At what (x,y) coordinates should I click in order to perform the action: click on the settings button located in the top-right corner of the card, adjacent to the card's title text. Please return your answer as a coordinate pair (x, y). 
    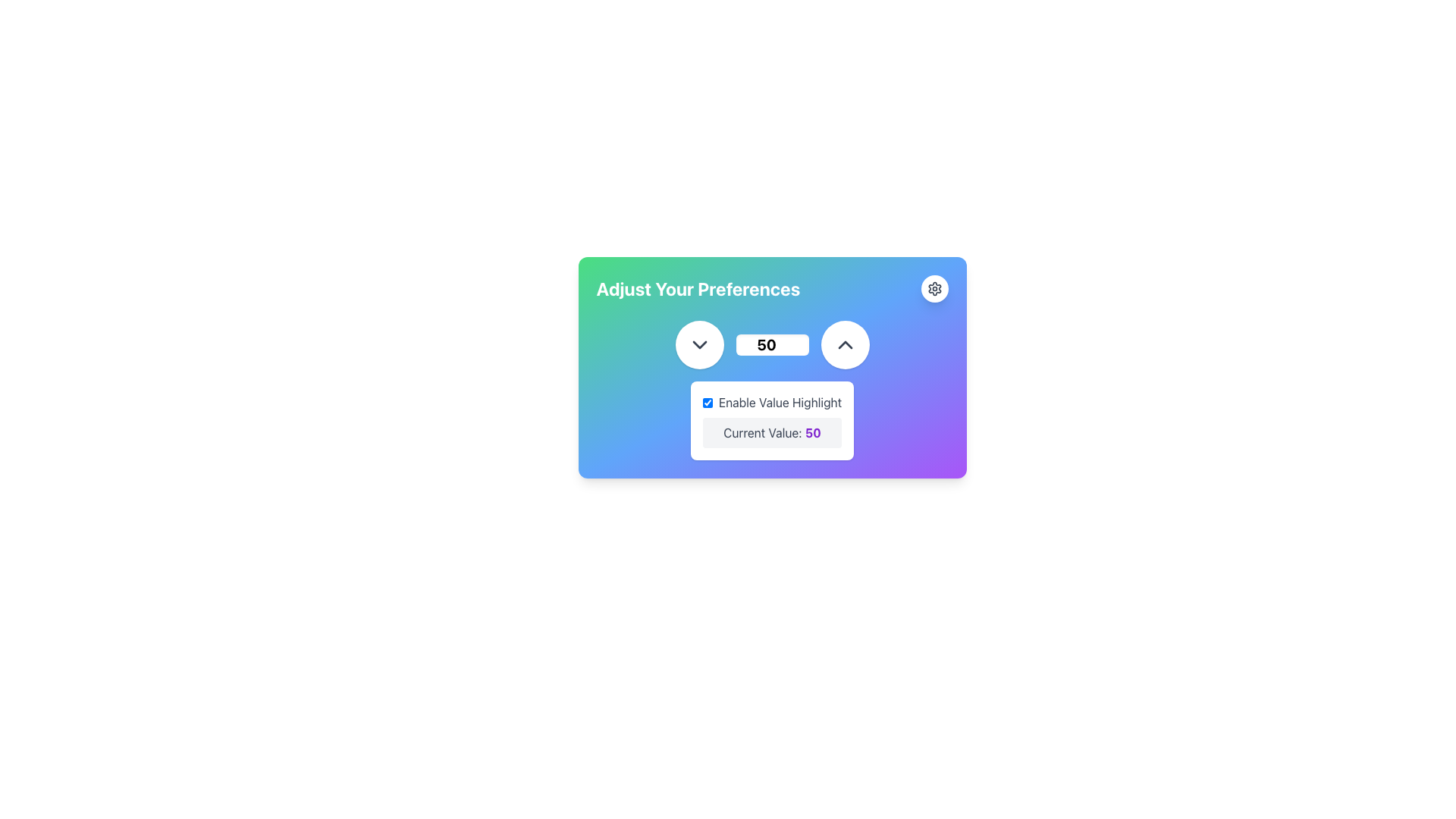
    Looking at the image, I should click on (934, 289).